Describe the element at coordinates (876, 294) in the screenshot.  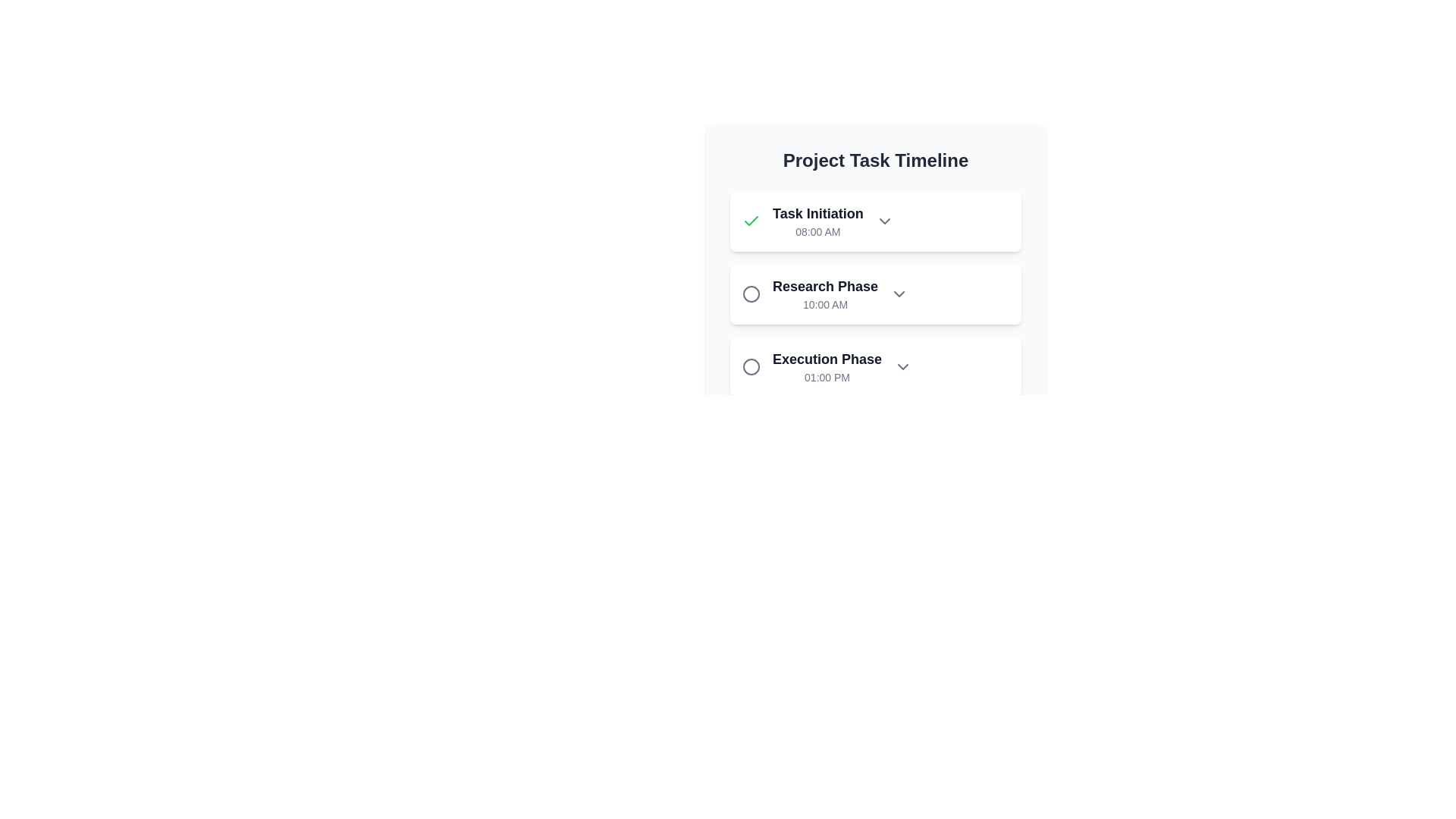
I see `the second task item in the vertical list` at that location.